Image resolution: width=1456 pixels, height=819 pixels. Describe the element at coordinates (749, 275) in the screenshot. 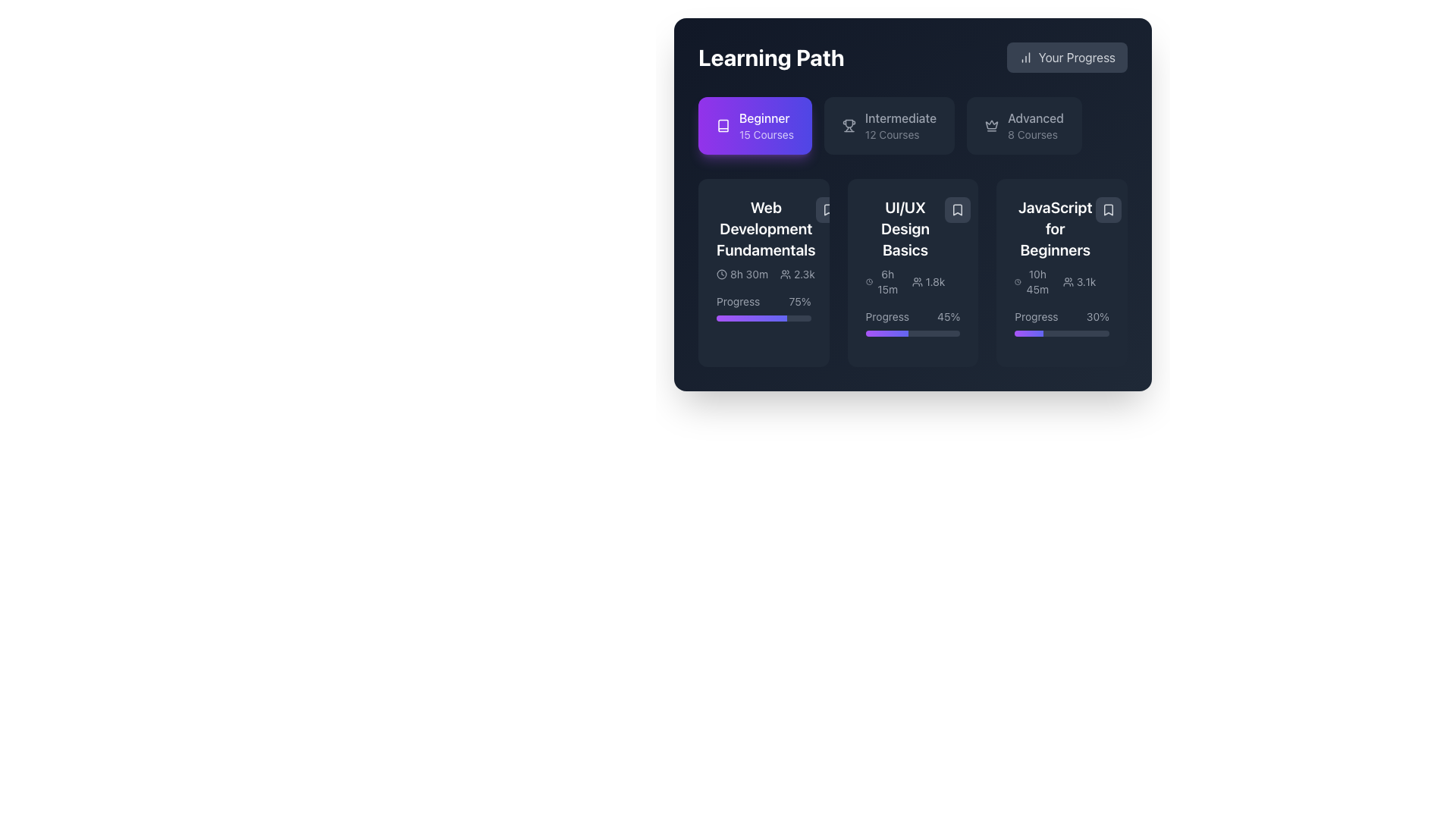

I see `the static text label displaying the time duration (8 hours and 30 minutes) for the 'Web Development Fundamentals' course, which is located in the first card of a horizontal list, positioned left of a clock icon` at that location.